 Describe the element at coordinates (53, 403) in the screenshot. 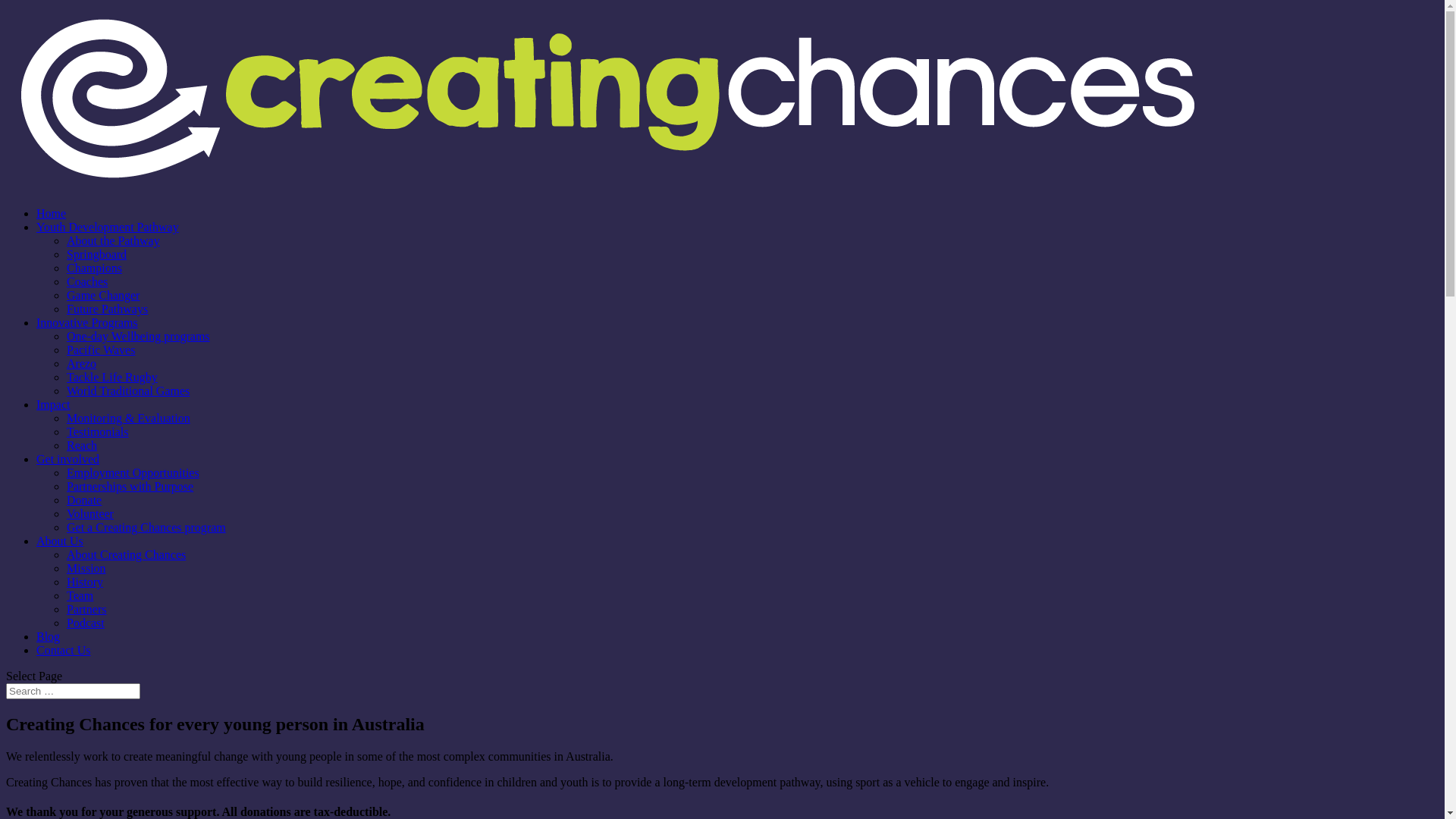

I see `'Impact'` at that location.